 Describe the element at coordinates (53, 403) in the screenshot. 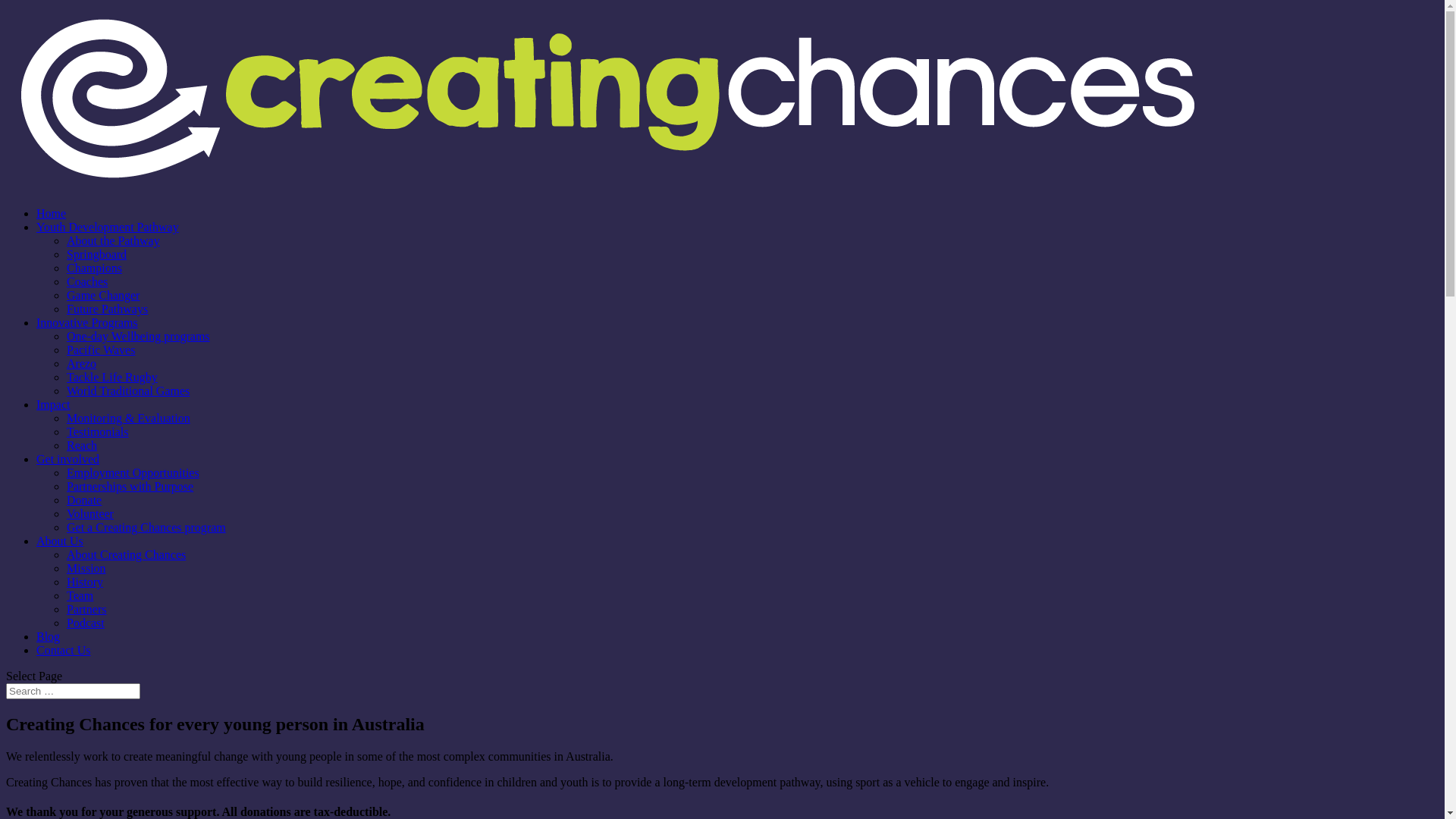

I see `'Impact'` at that location.